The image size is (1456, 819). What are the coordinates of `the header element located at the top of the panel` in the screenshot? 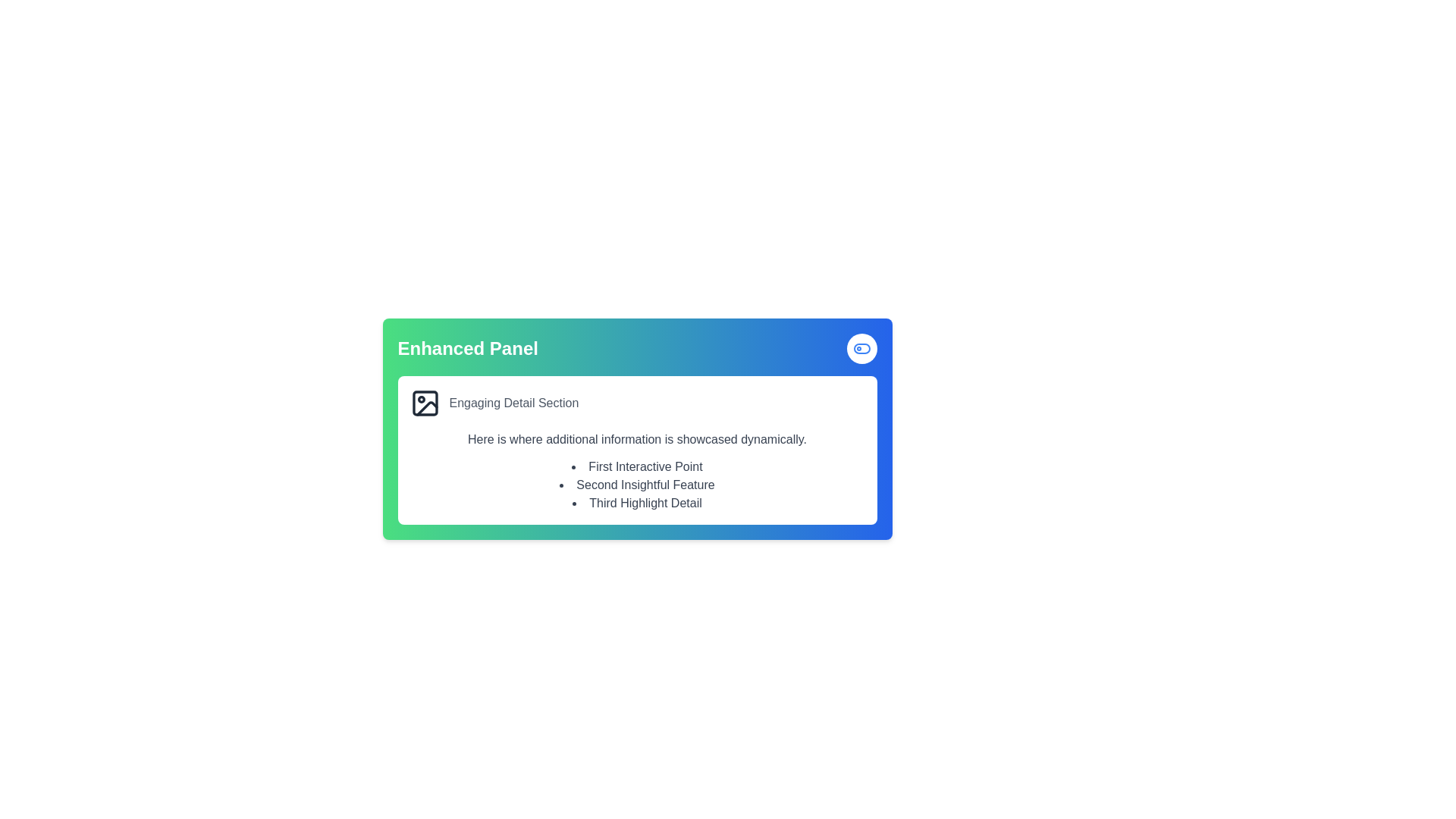 It's located at (637, 348).